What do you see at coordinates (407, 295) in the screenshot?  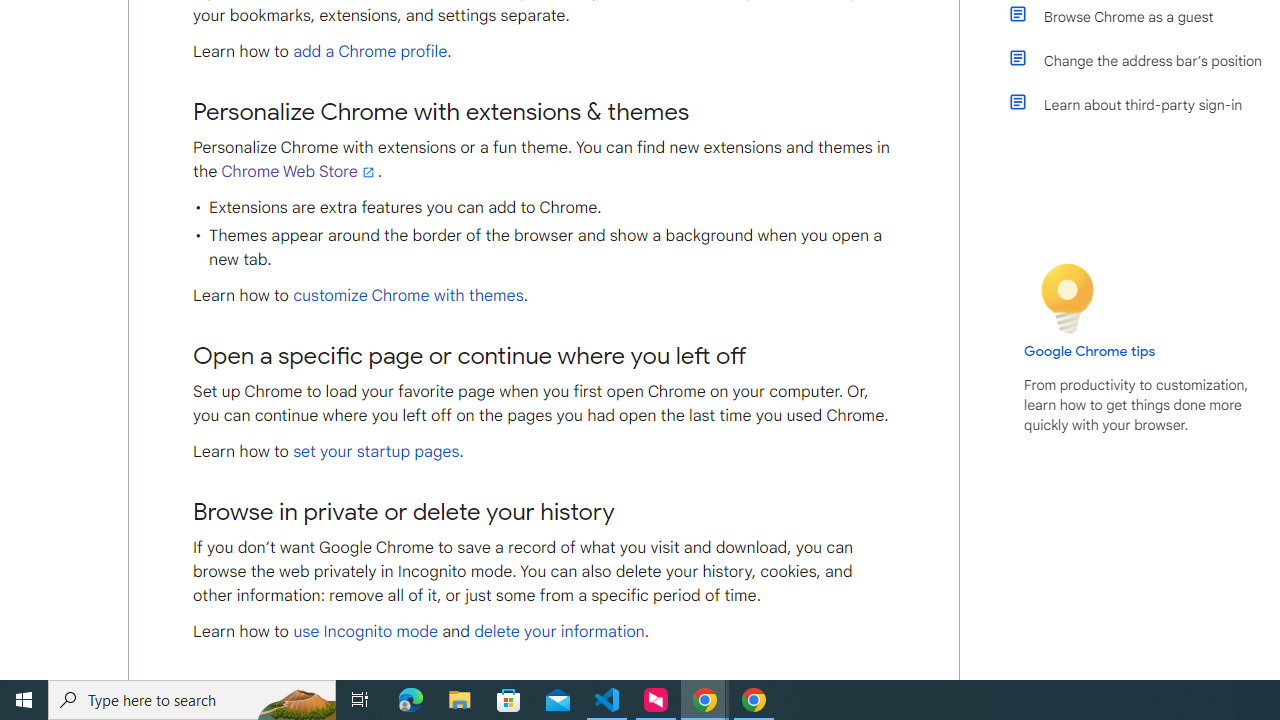 I see `'customize Chrome with themes'` at bounding box center [407, 295].